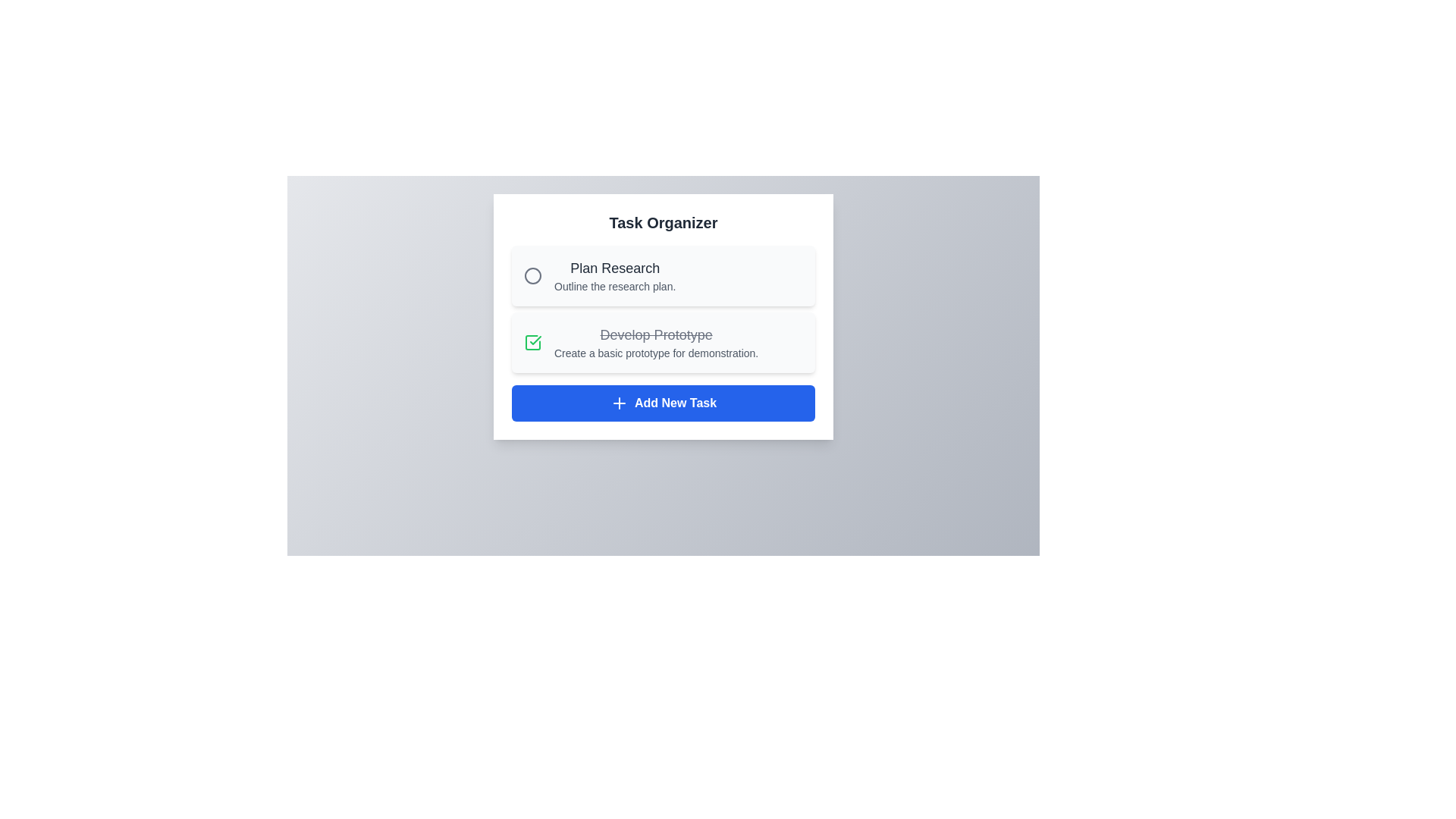 Image resolution: width=1456 pixels, height=819 pixels. What do you see at coordinates (532, 275) in the screenshot?
I see `the task titled 'Plan Research' to analyze its details` at bounding box center [532, 275].